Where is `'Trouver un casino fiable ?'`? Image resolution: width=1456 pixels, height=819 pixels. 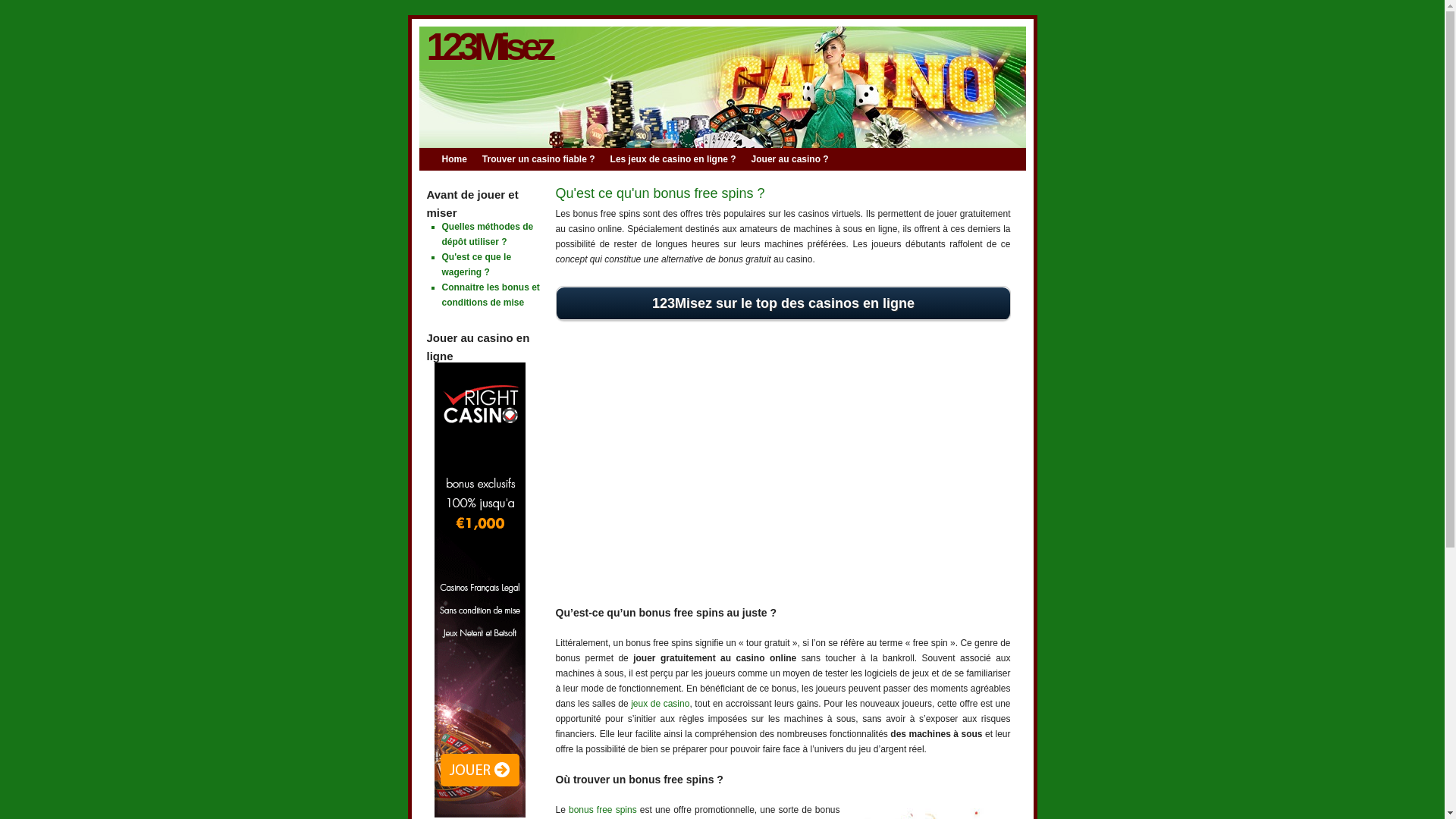 'Trouver un casino fiable ?' is located at coordinates (546, 158).